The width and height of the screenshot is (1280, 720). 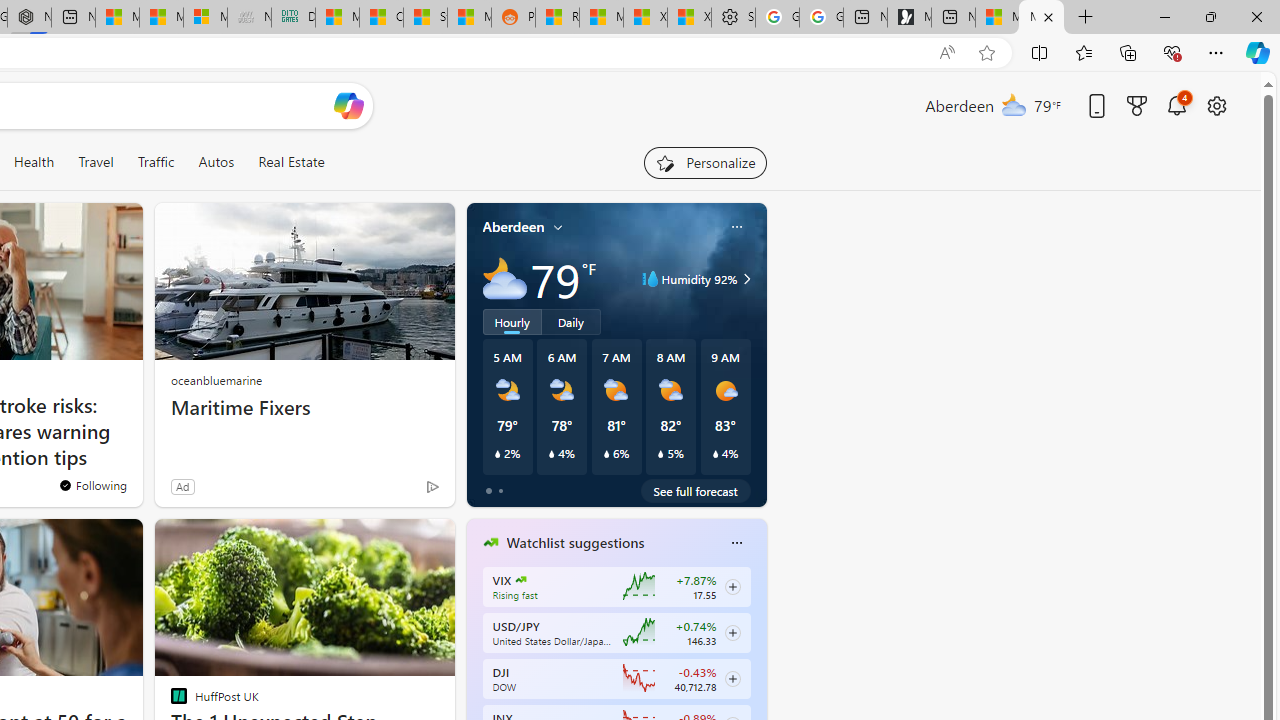 I want to click on 'tab-0', so click(x=488, y=491).